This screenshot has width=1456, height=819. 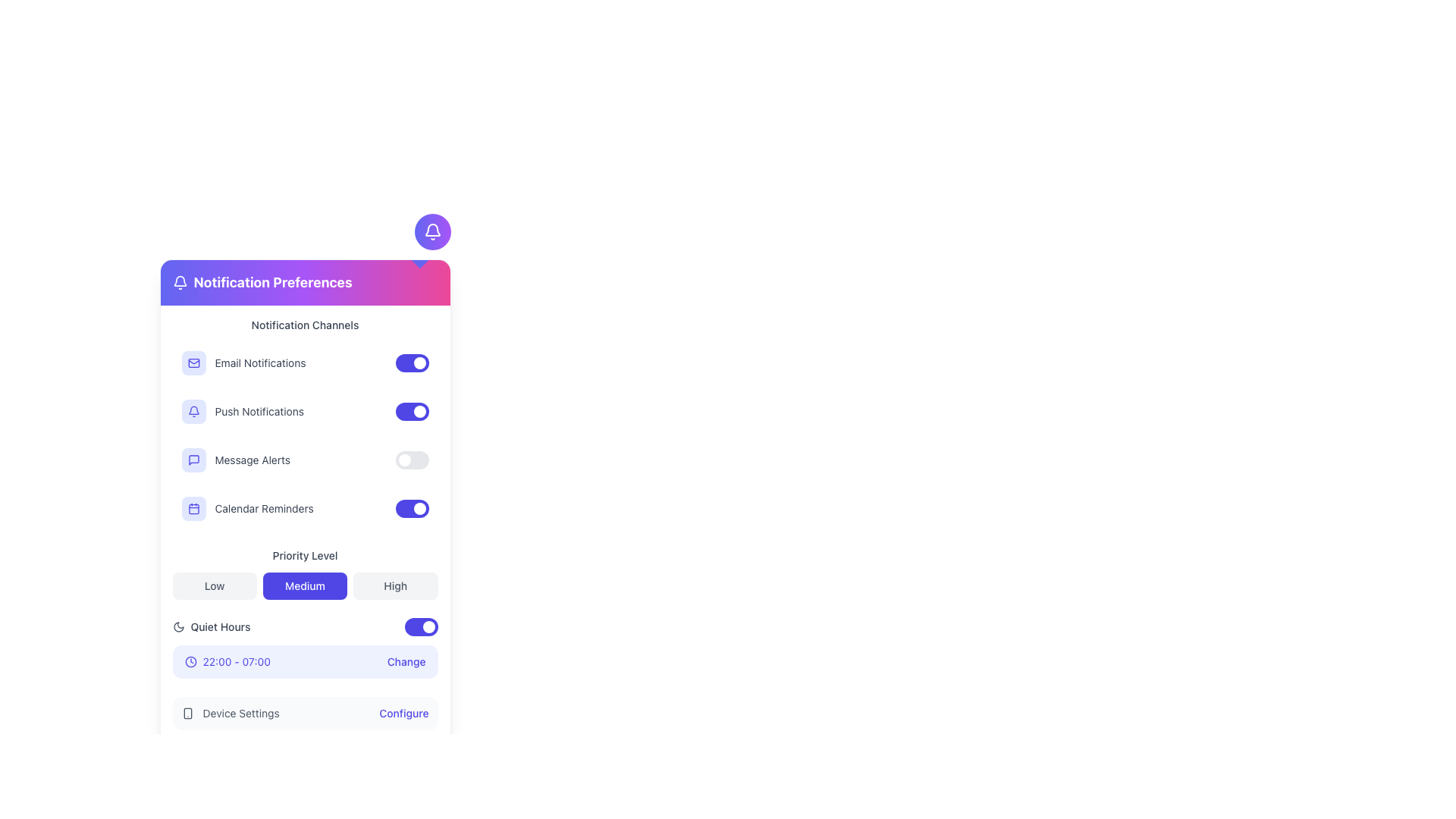 I want to click on the highlighted 'Medium' button in the 'Priority Level' segmented control, so click(x=304, y=573).